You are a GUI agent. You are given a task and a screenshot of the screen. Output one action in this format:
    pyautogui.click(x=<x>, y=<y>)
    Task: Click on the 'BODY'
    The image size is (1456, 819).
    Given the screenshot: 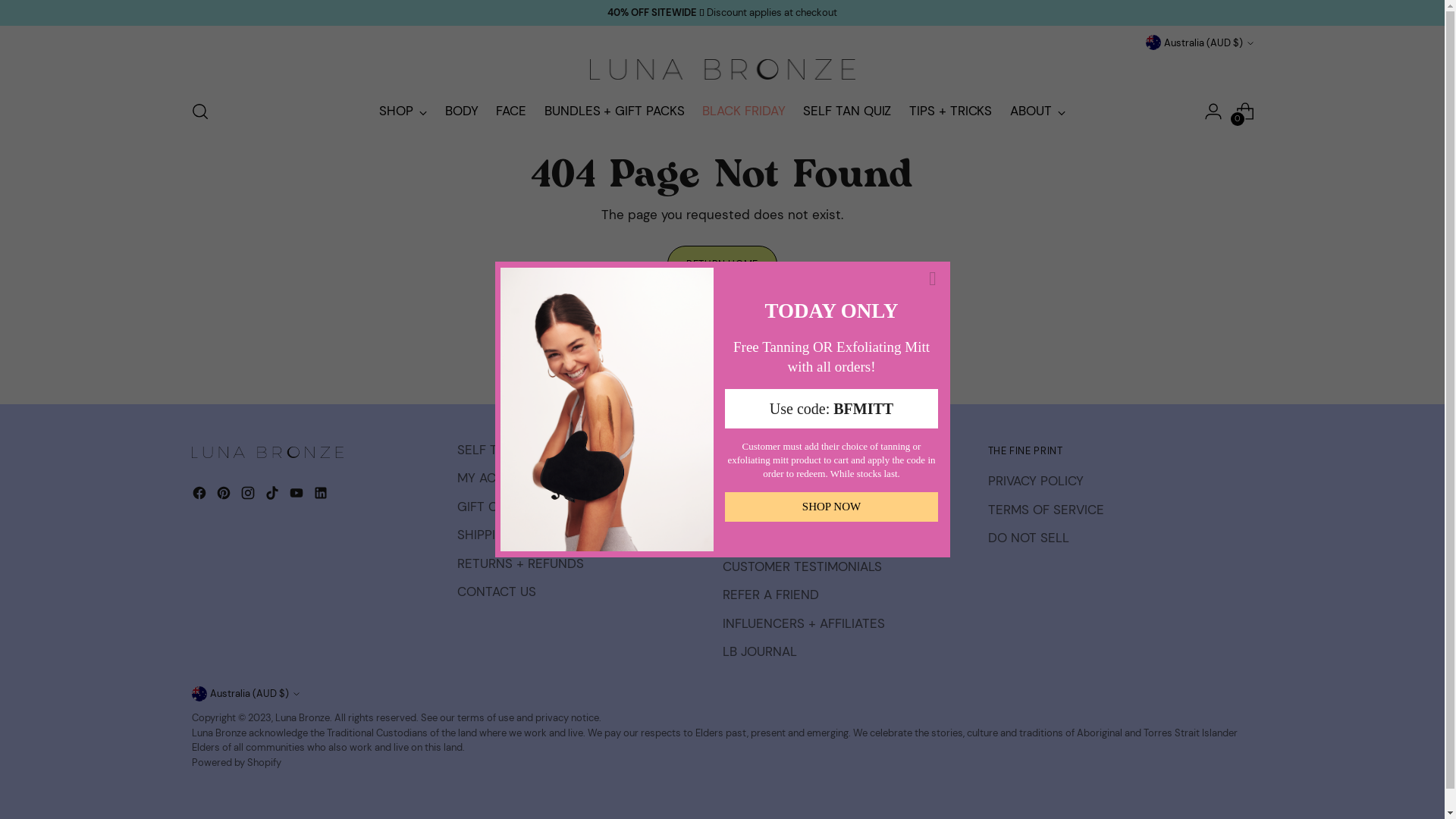 What is the action you would take?
    pyautogui.click(x=444, y=110)
    